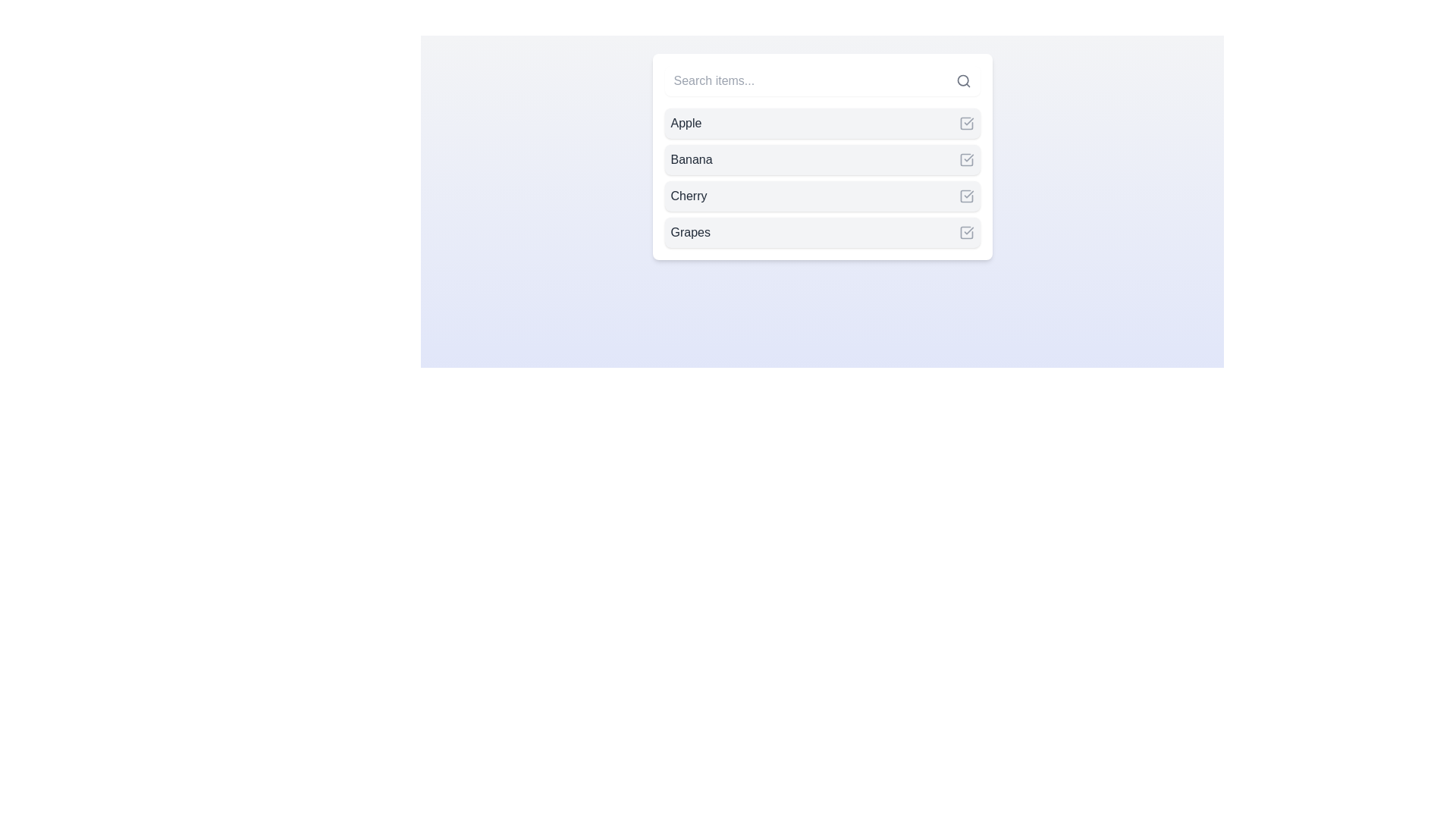  What do you see at coordinates (688, 195) in the screenshot?
I see `the text label displaying 'Cherry', which is styled in dark gray and located in a rectangular section with rounded corners` at bounding box center [688, 195].